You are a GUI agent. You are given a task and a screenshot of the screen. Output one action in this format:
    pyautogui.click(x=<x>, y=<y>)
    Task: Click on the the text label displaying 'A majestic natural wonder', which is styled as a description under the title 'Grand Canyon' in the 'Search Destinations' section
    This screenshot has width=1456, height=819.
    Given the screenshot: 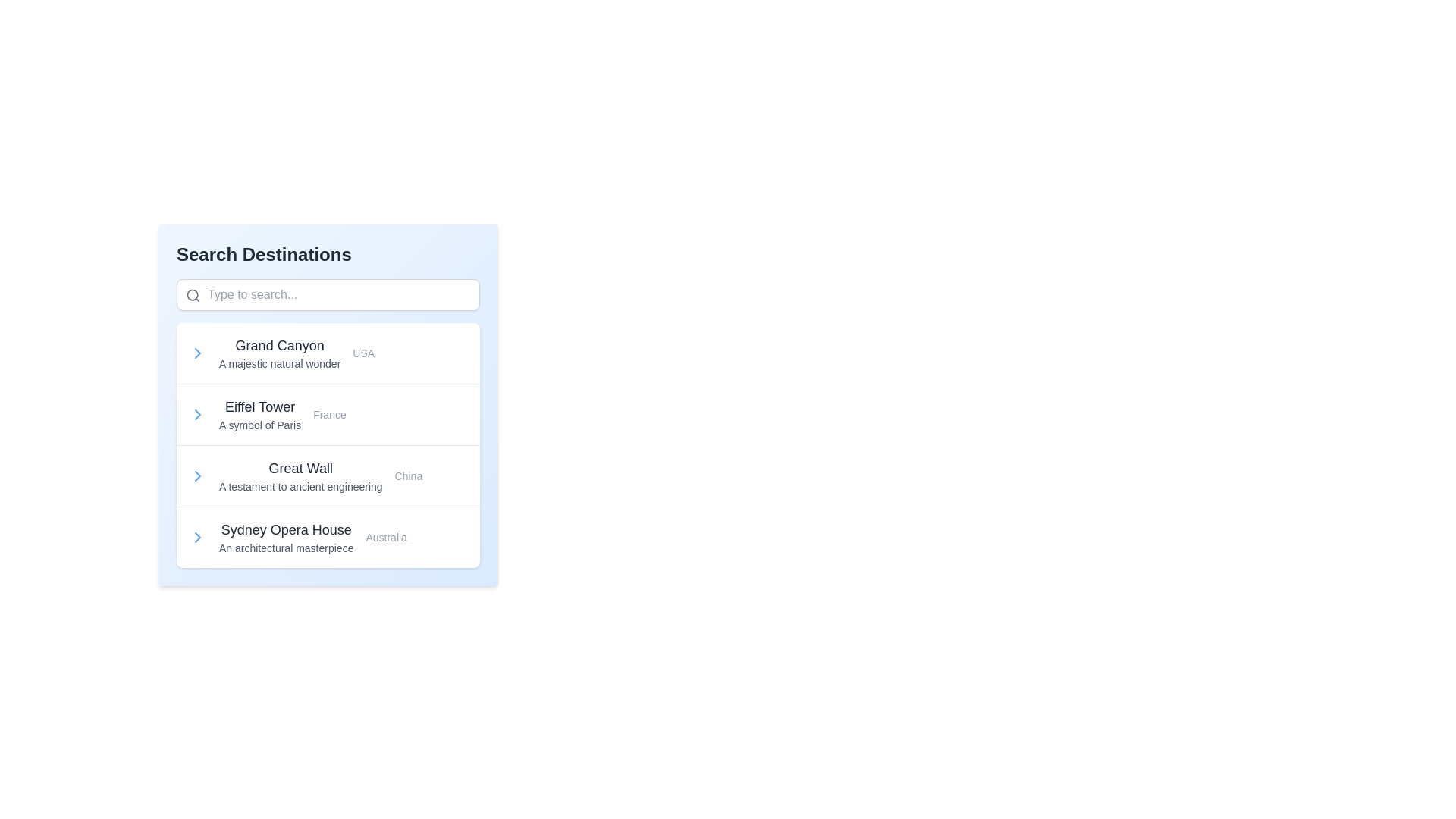 What is the action you would take?
    pyautogui.click(x=280, y=363)
    